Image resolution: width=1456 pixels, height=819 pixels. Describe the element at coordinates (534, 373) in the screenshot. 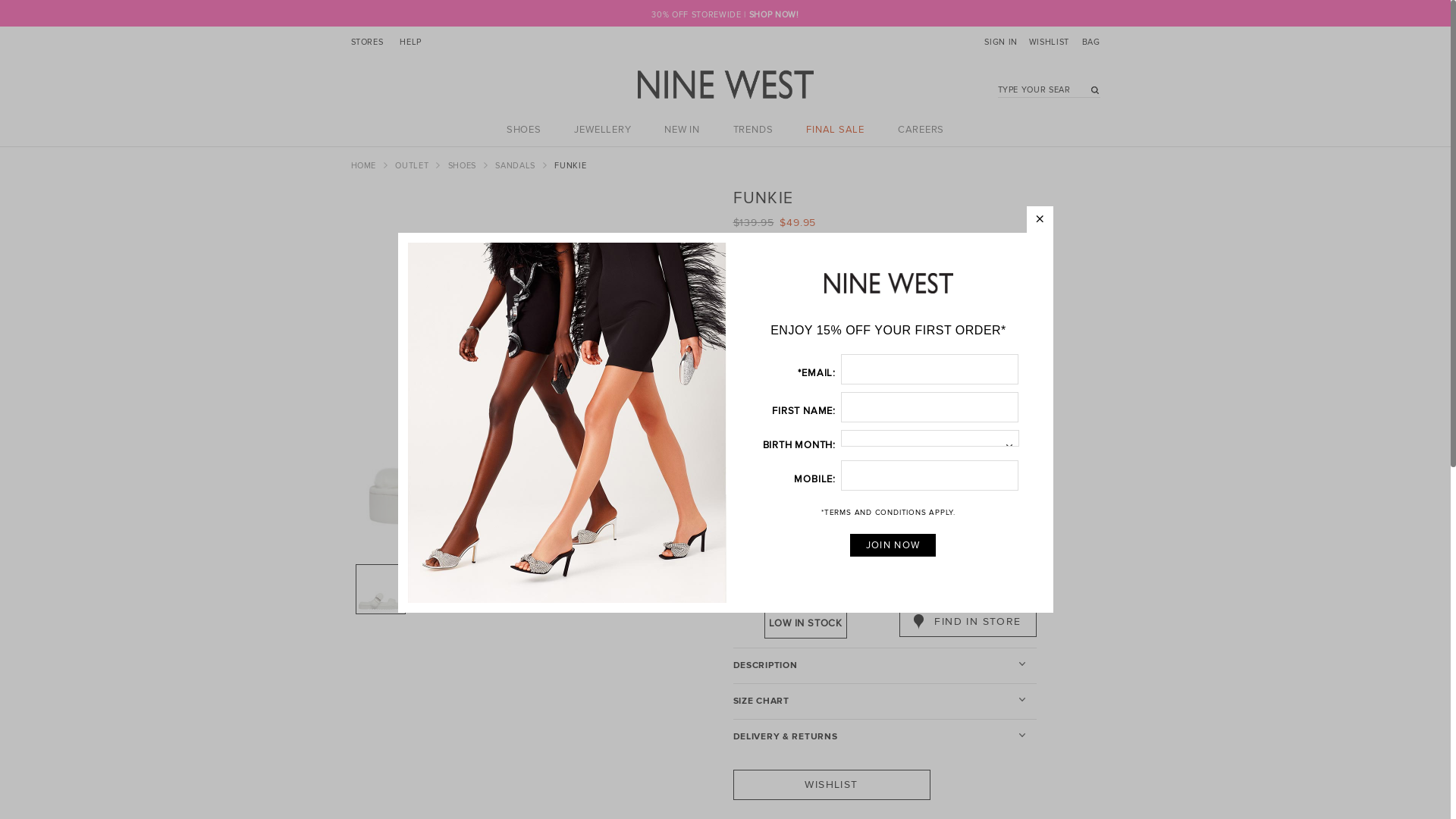

I see `'Hover to zoom'` at that location.